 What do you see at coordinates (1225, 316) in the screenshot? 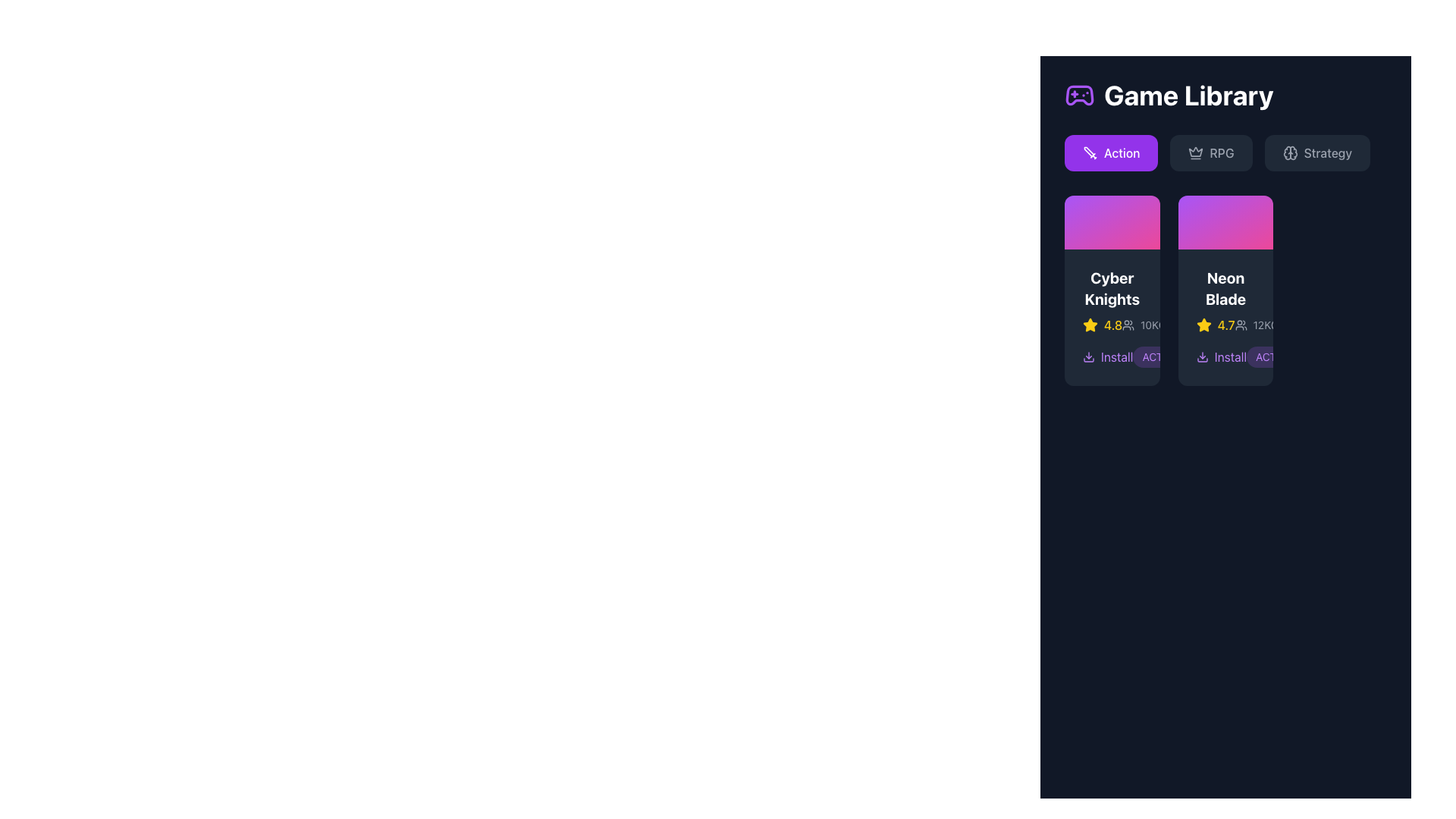
I see `the 'Install' button of the 'Neon Blade' card, which is the second card under the 'Action' filter in the 'Game Library' section` at bounding box center [1225, 316].